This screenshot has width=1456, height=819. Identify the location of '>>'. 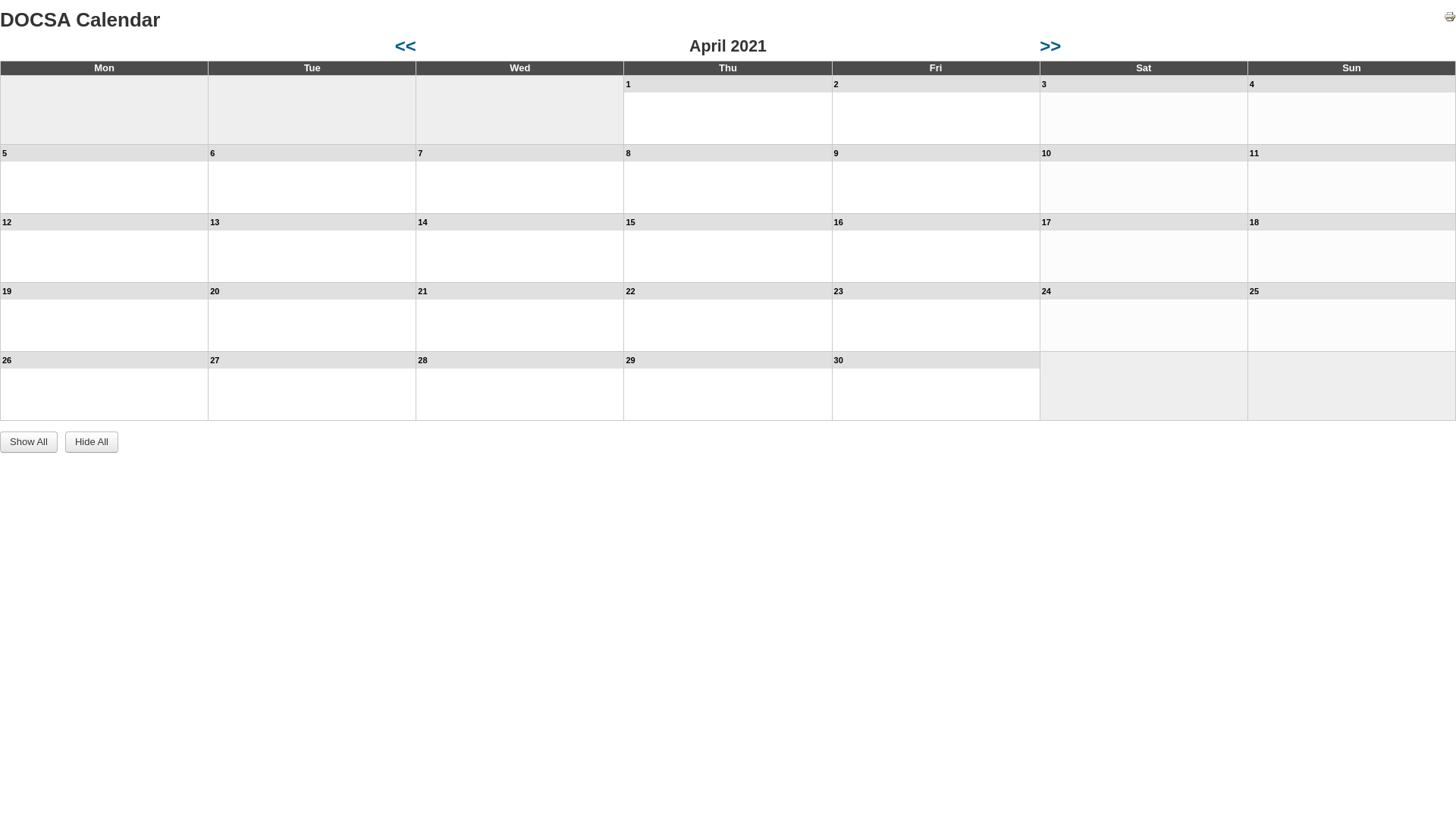
(1050, 45).